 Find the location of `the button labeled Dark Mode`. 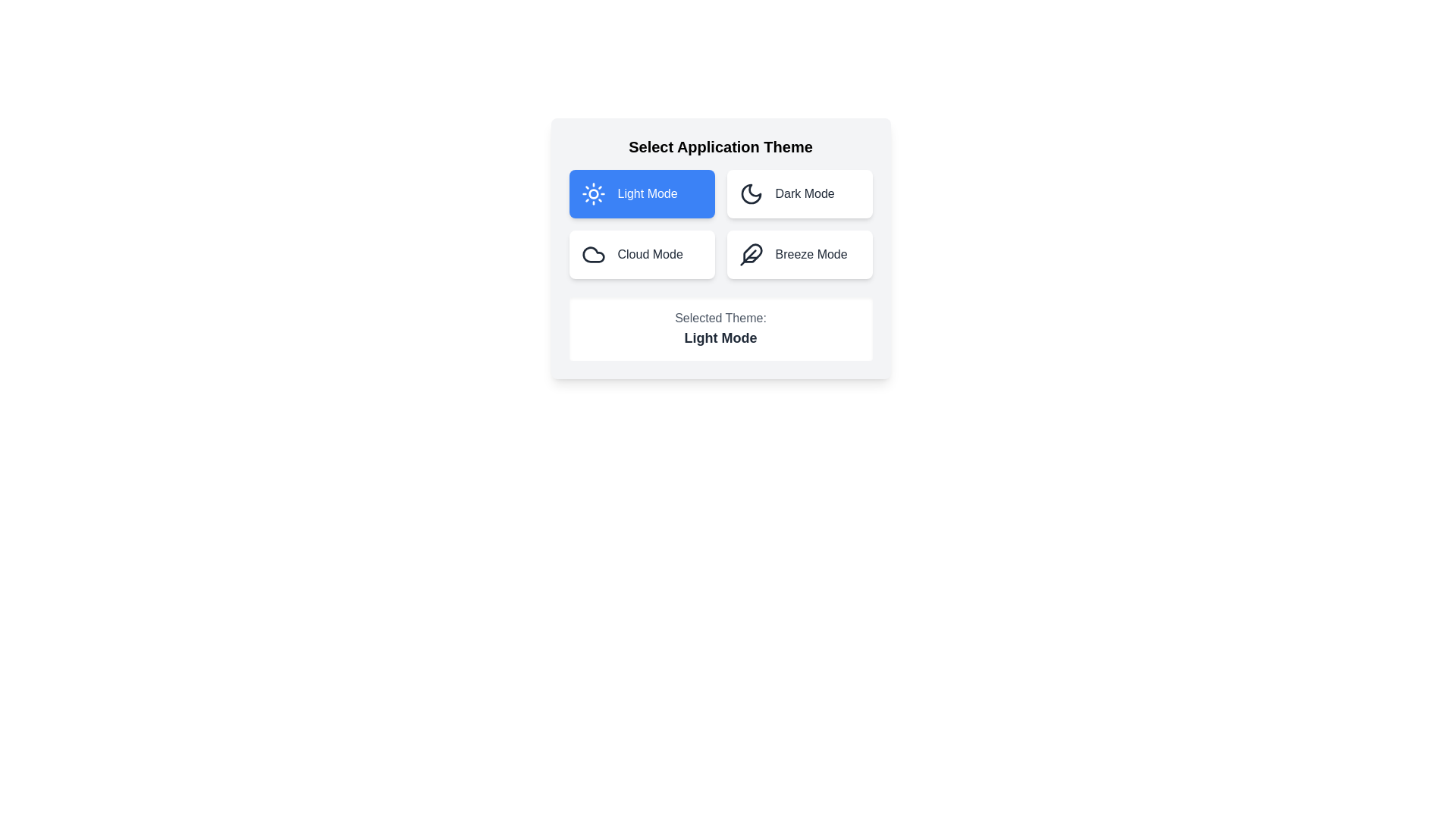

the button labeled Dark Mode is located at coordinates (799, 193).